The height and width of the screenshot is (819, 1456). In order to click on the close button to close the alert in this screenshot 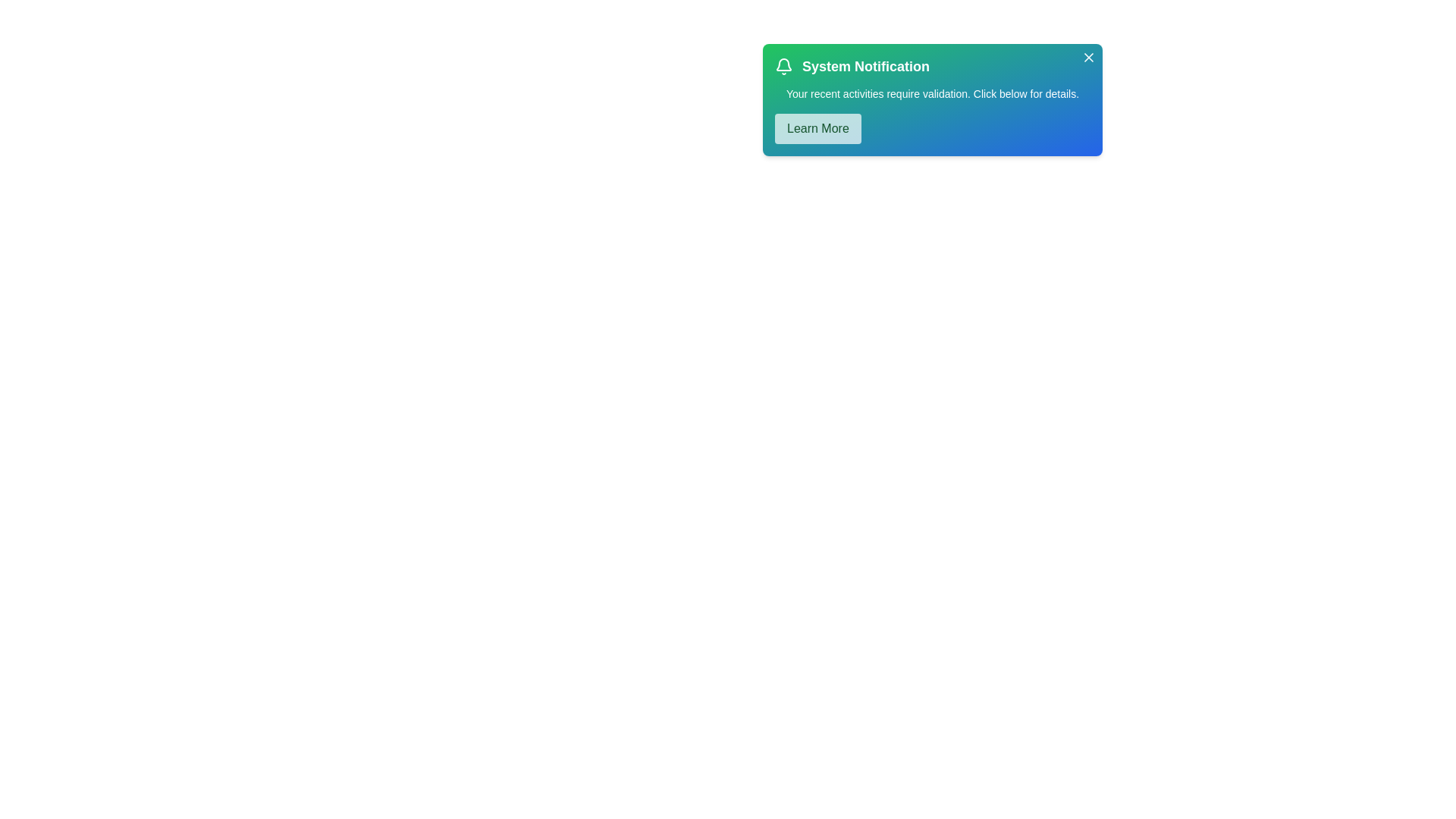, I will do `click(1087, 57)`.